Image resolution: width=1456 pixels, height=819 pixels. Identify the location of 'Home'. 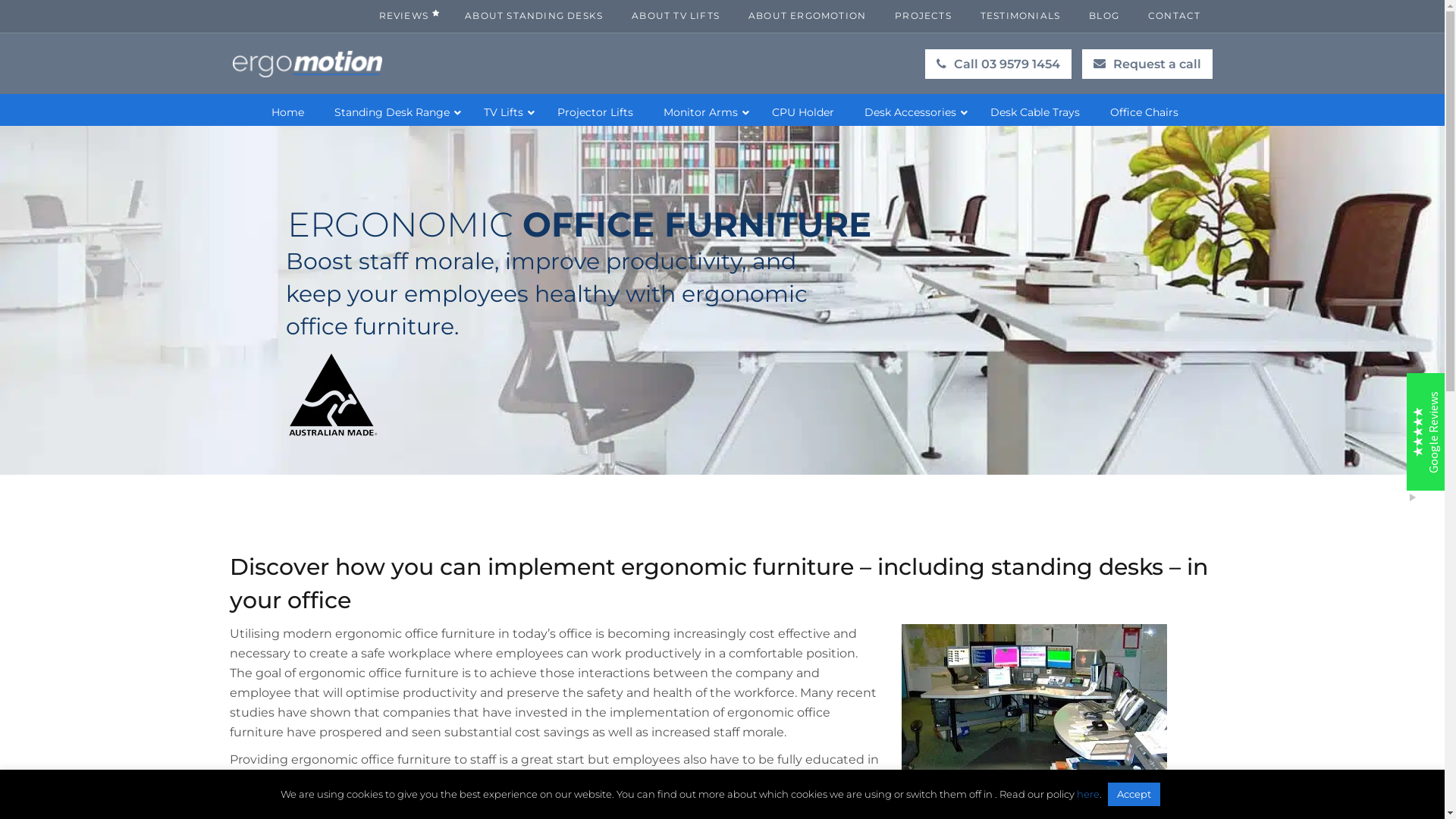
(287, 111).